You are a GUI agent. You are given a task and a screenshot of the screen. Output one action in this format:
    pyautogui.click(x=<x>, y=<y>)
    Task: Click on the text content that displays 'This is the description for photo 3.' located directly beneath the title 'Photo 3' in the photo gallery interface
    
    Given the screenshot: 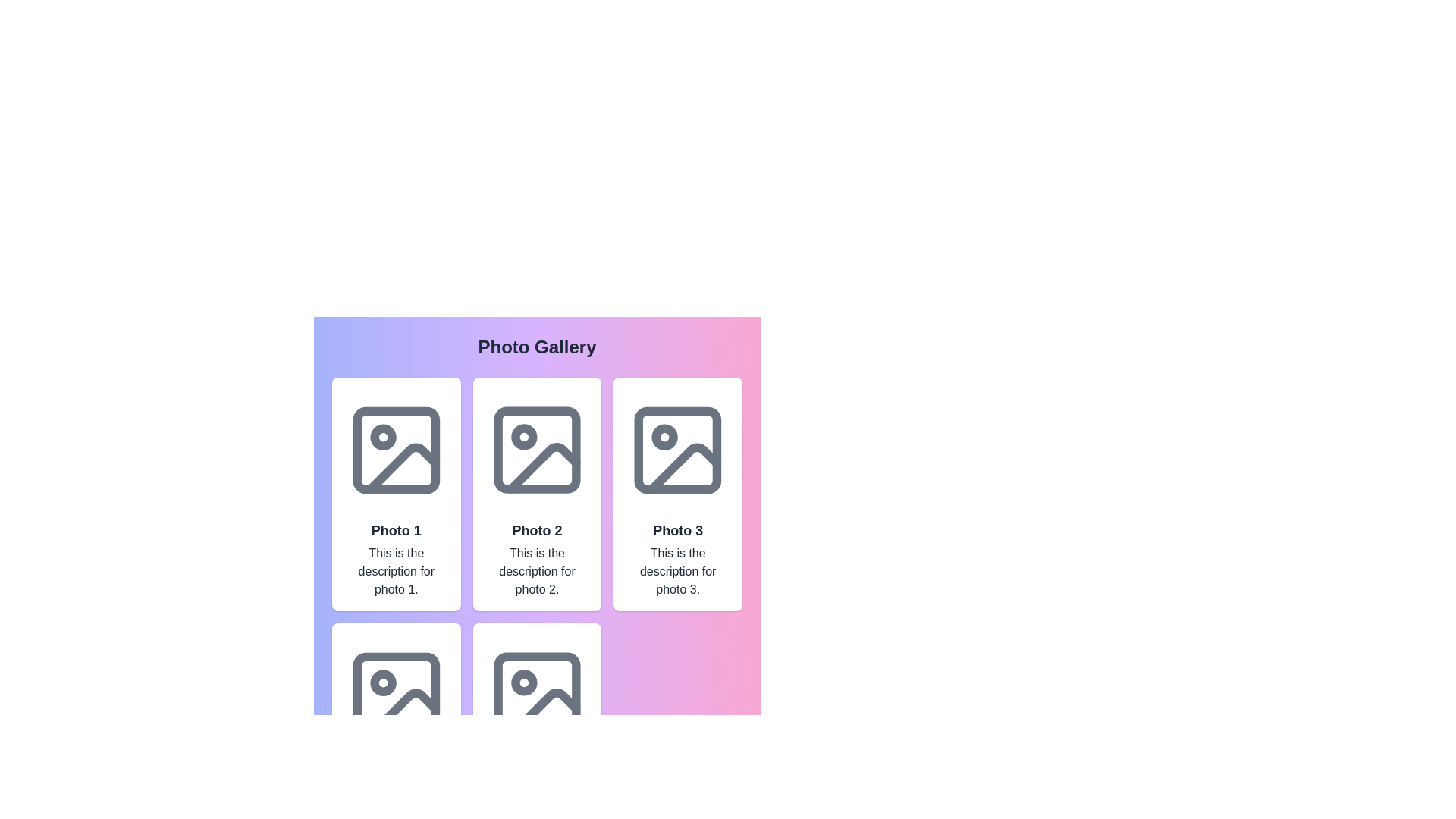 What is the action you would take?
    pyautogui.click(x=677, y=571)
    